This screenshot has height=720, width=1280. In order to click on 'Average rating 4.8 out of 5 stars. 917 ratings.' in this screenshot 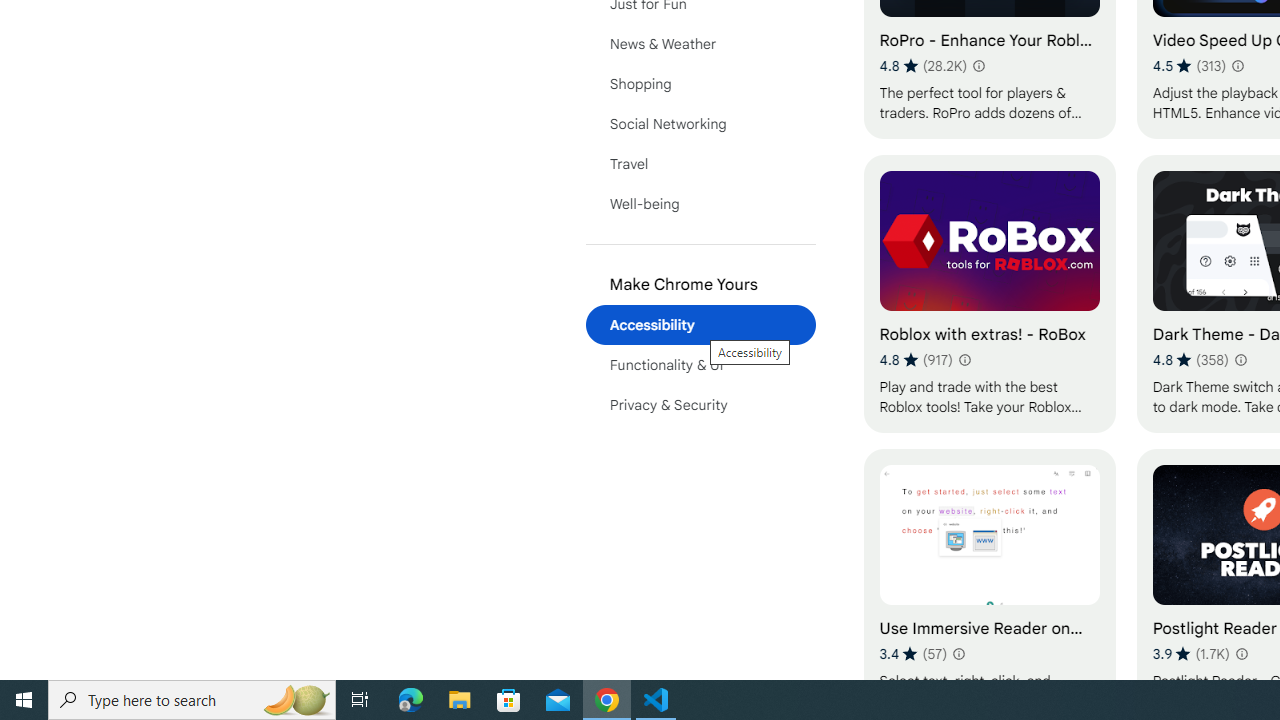, I will do `click(915, 360)`.